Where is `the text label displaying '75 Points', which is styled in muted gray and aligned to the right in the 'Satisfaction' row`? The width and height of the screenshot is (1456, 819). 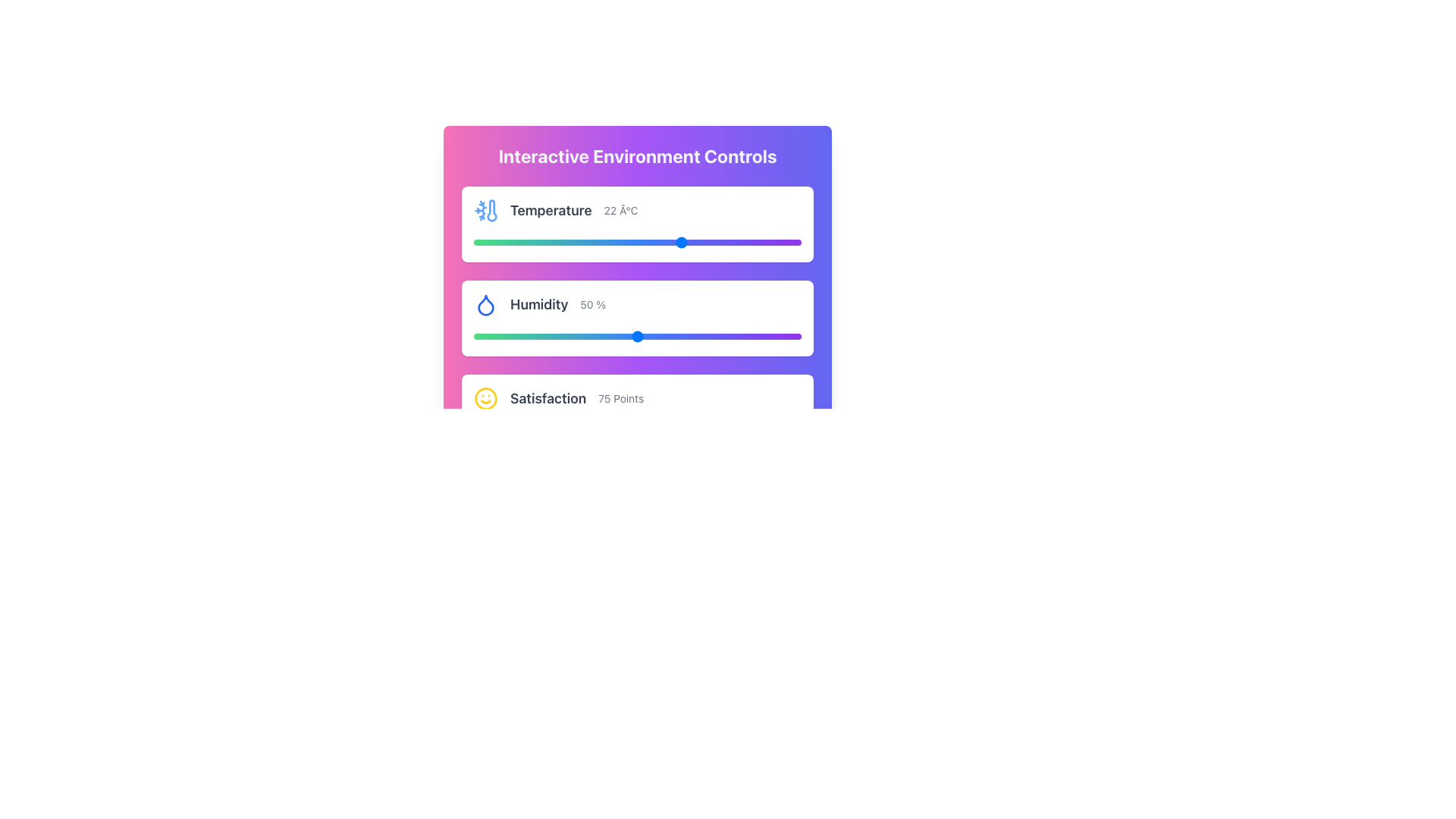 the text label displaying '75 Points', which is styled in muted gray and aligned to the right in the 'Satisfaction' row is located at coordinates (621, 397).